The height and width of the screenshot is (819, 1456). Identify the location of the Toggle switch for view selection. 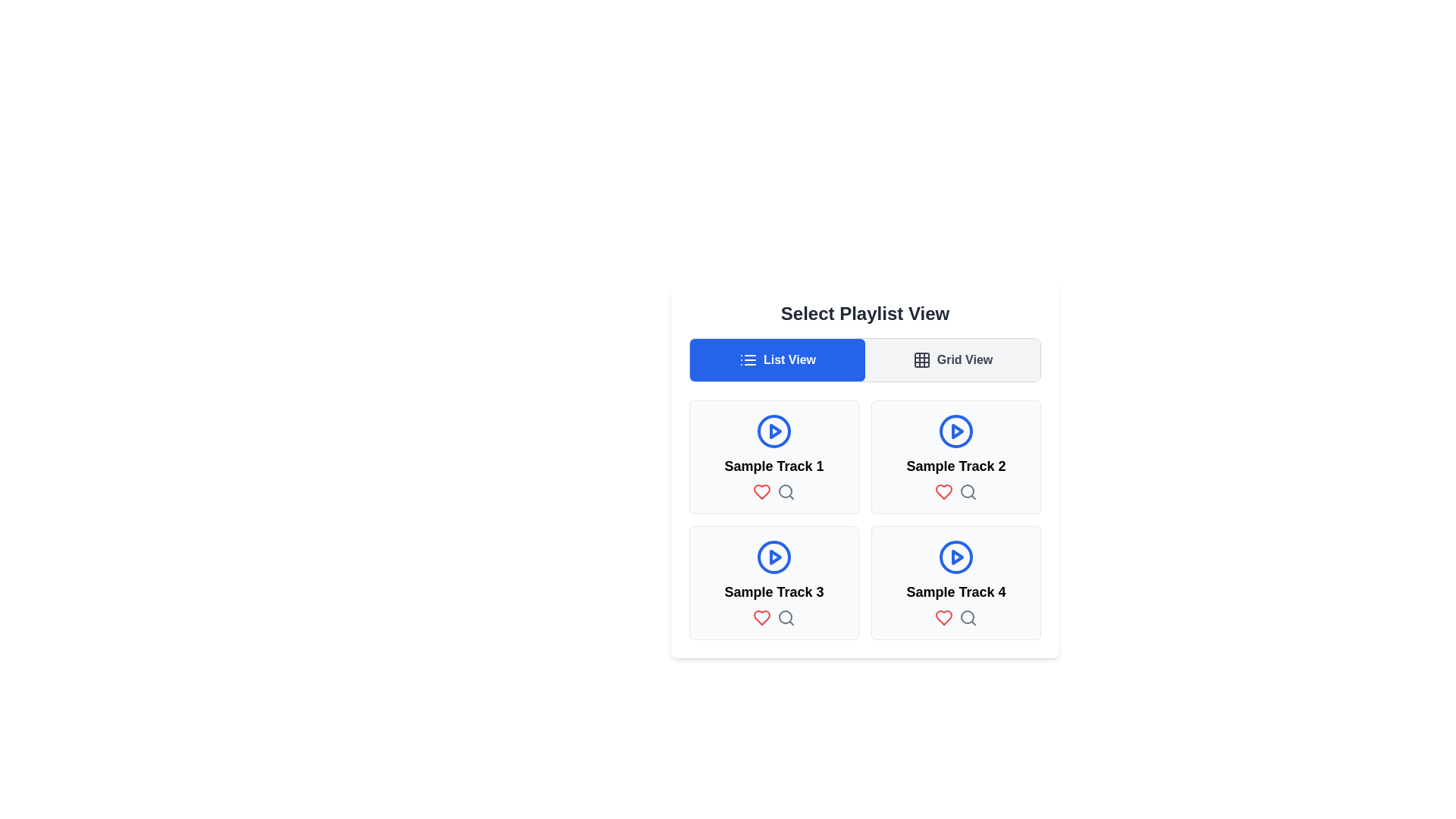
(865, 359).